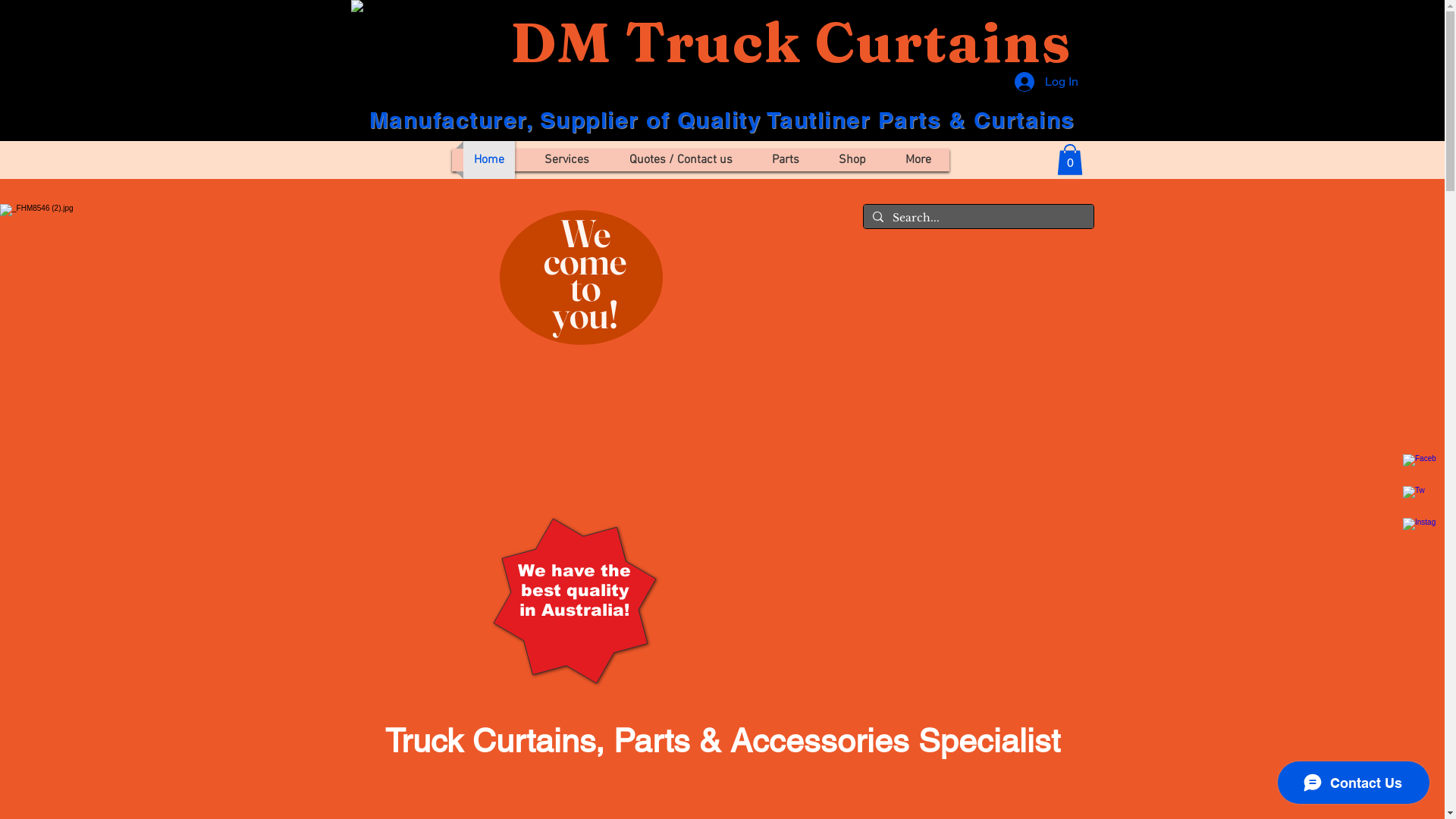 The height and width of the screenshot is (819, 1456). Describe the element at coordinates (679, 160) in the screenshot. I see `'Quotes / Contact us'` at that location.